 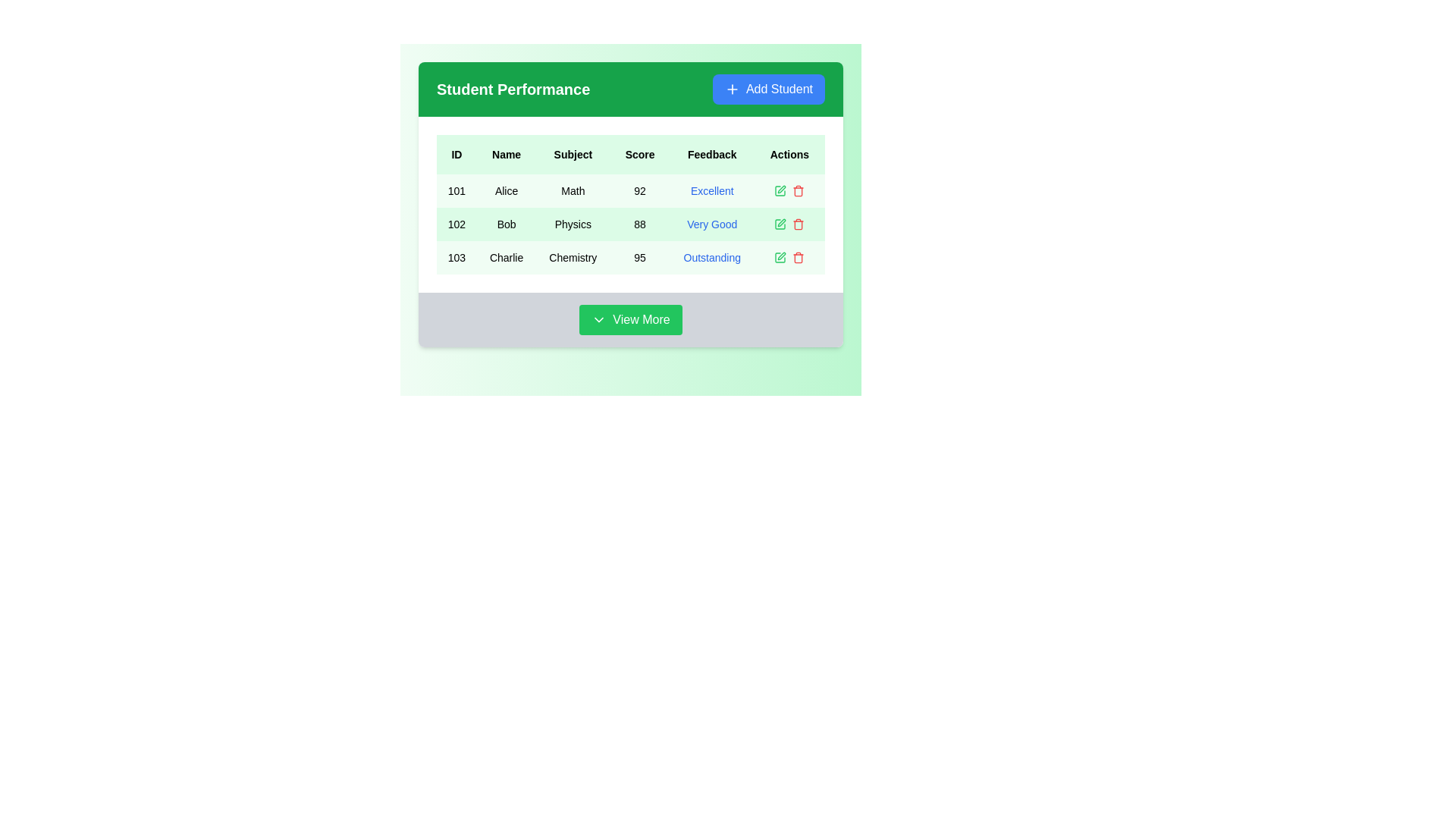 What do you see at coordinates (789, 224) in the screenshot?
I see `the edit button located in the 'Actions' column for the student record with ID '102' and Name 'Bob'` at bounding box center [789, 224].